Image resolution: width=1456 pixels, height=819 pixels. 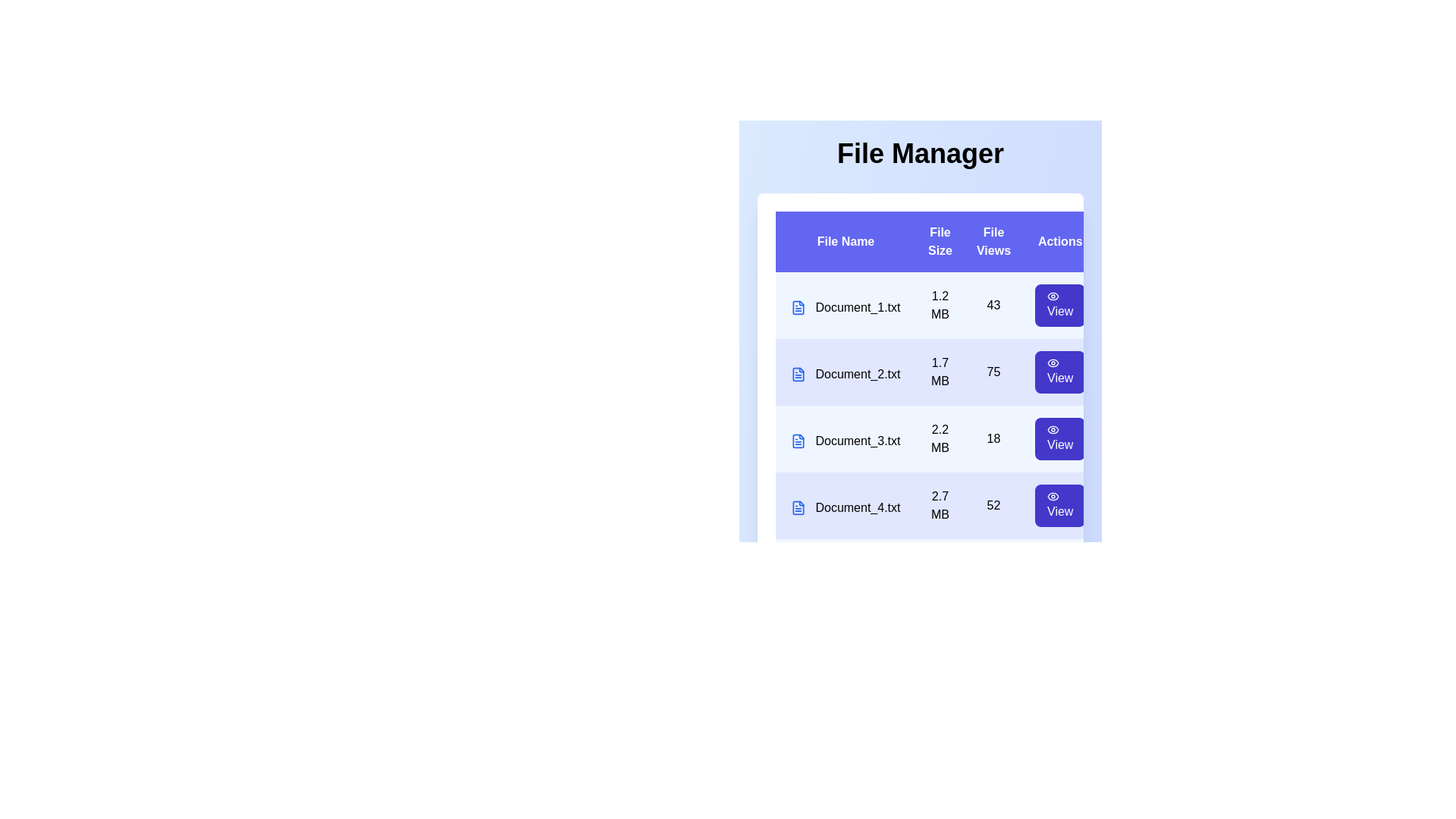 I want to click on the 'View' button for the file with name Document_2.txt, so click(x=1059, y=372).